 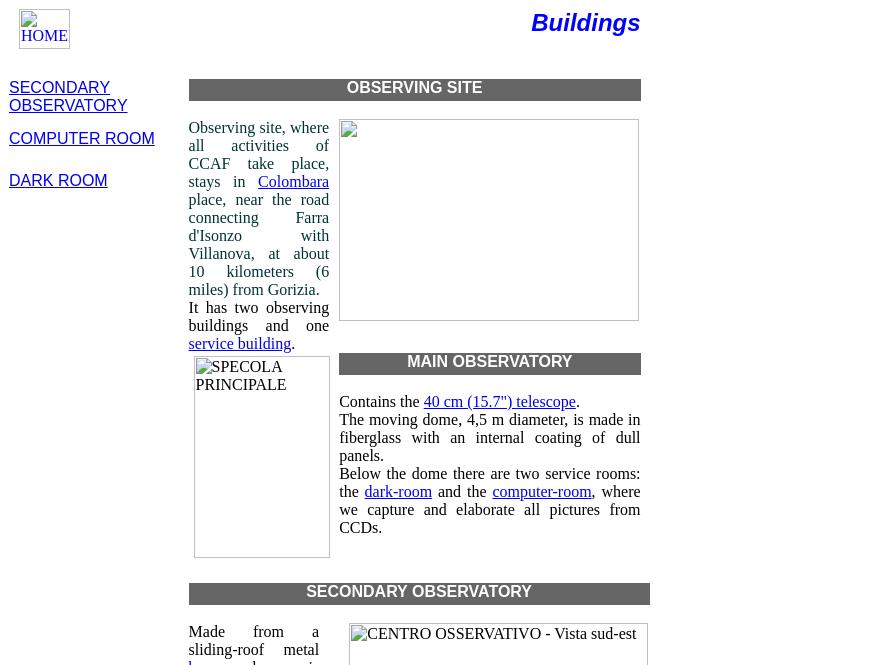 What do you see at coordinates (258, 316) in the screenshot?
I see `'It has two observing buildings and one'` at bounding box center [258, 316].